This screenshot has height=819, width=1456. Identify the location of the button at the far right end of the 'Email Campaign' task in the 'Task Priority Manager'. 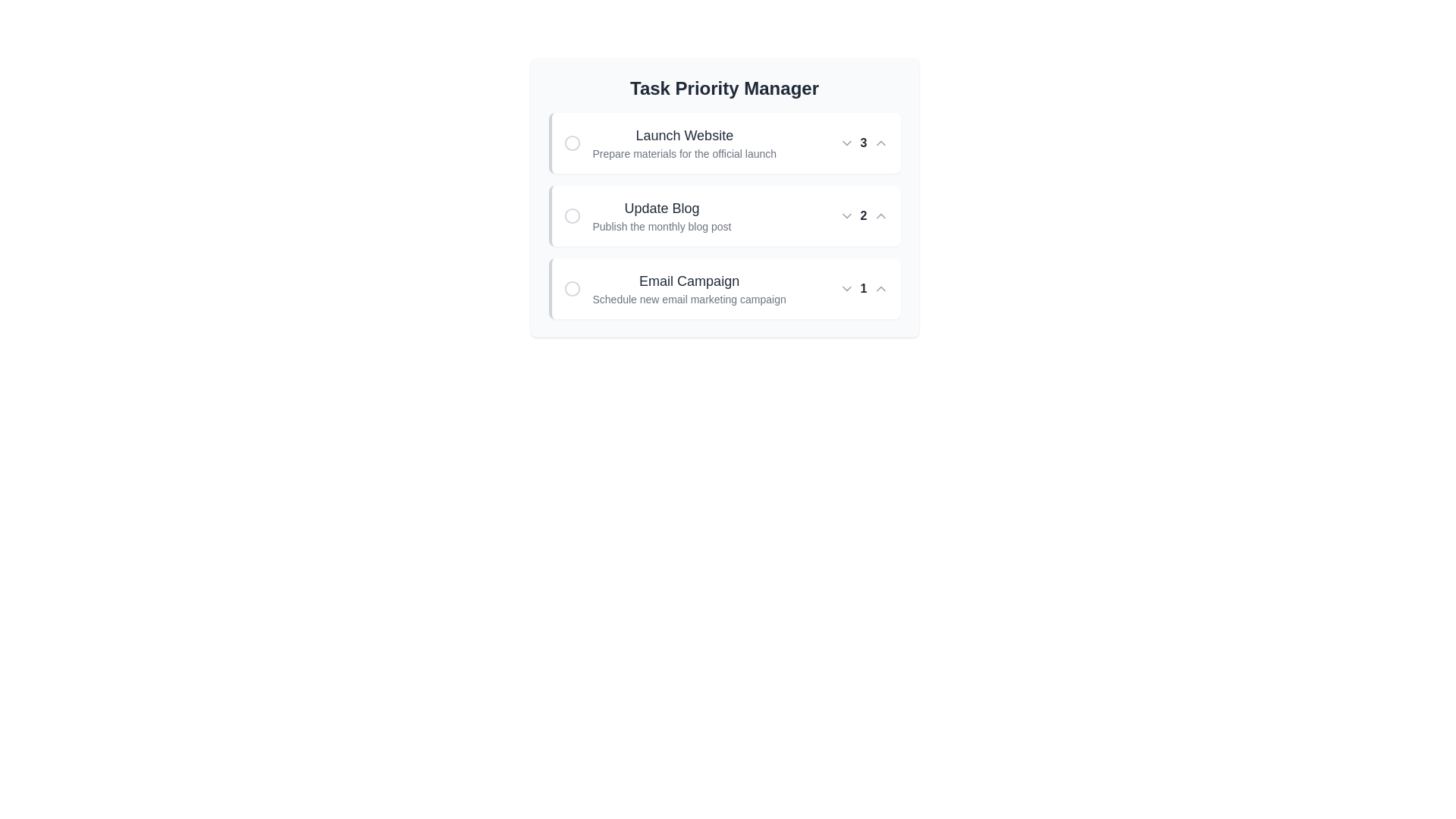
(880, 289).